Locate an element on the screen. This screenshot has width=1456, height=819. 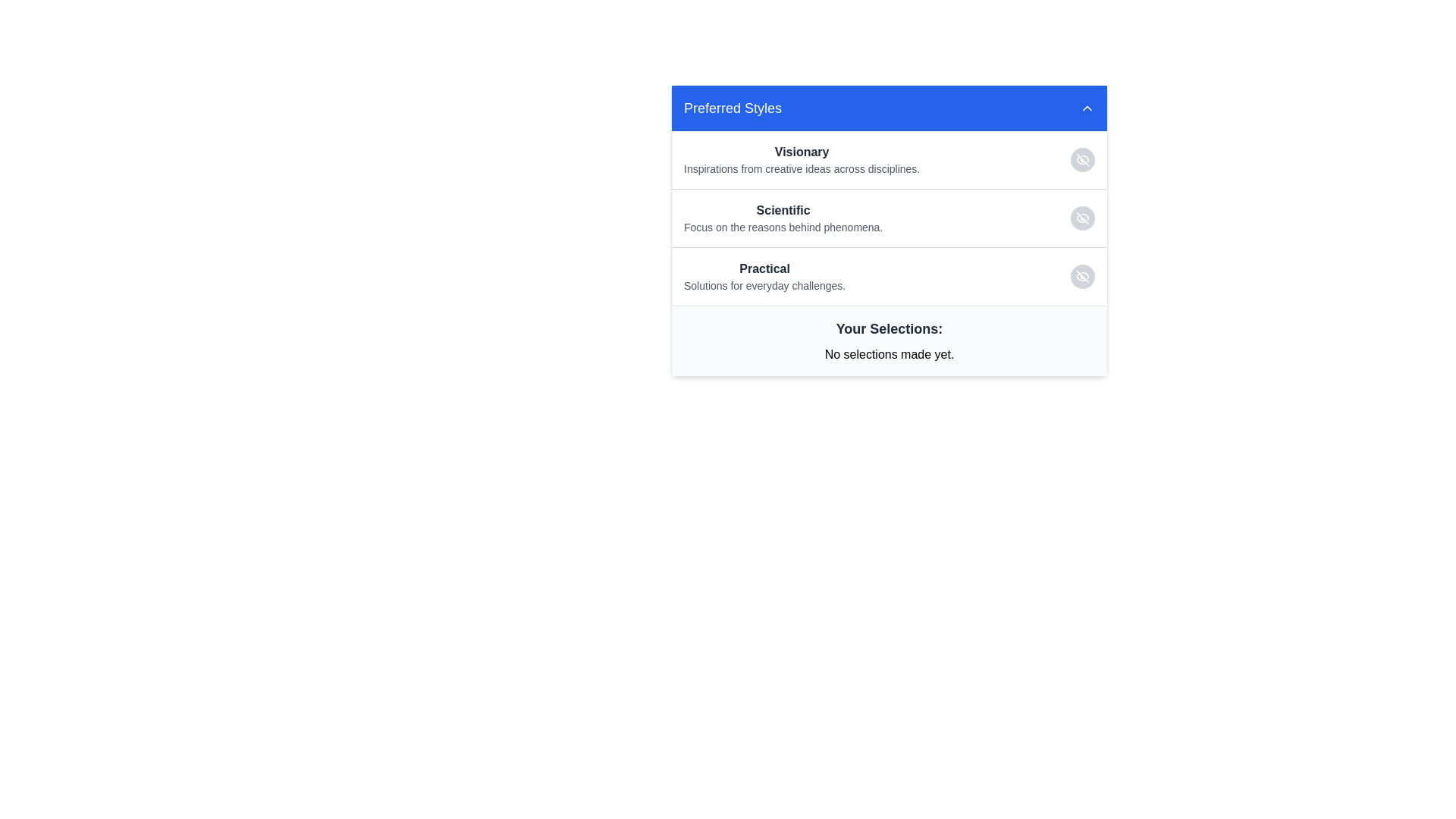
the label that contains the word 'Scientific' in bold followed by the phrase 'Focus on the reasons behind phenomena.' which is the second item in a vertical list is located at coordinates (783, 218).